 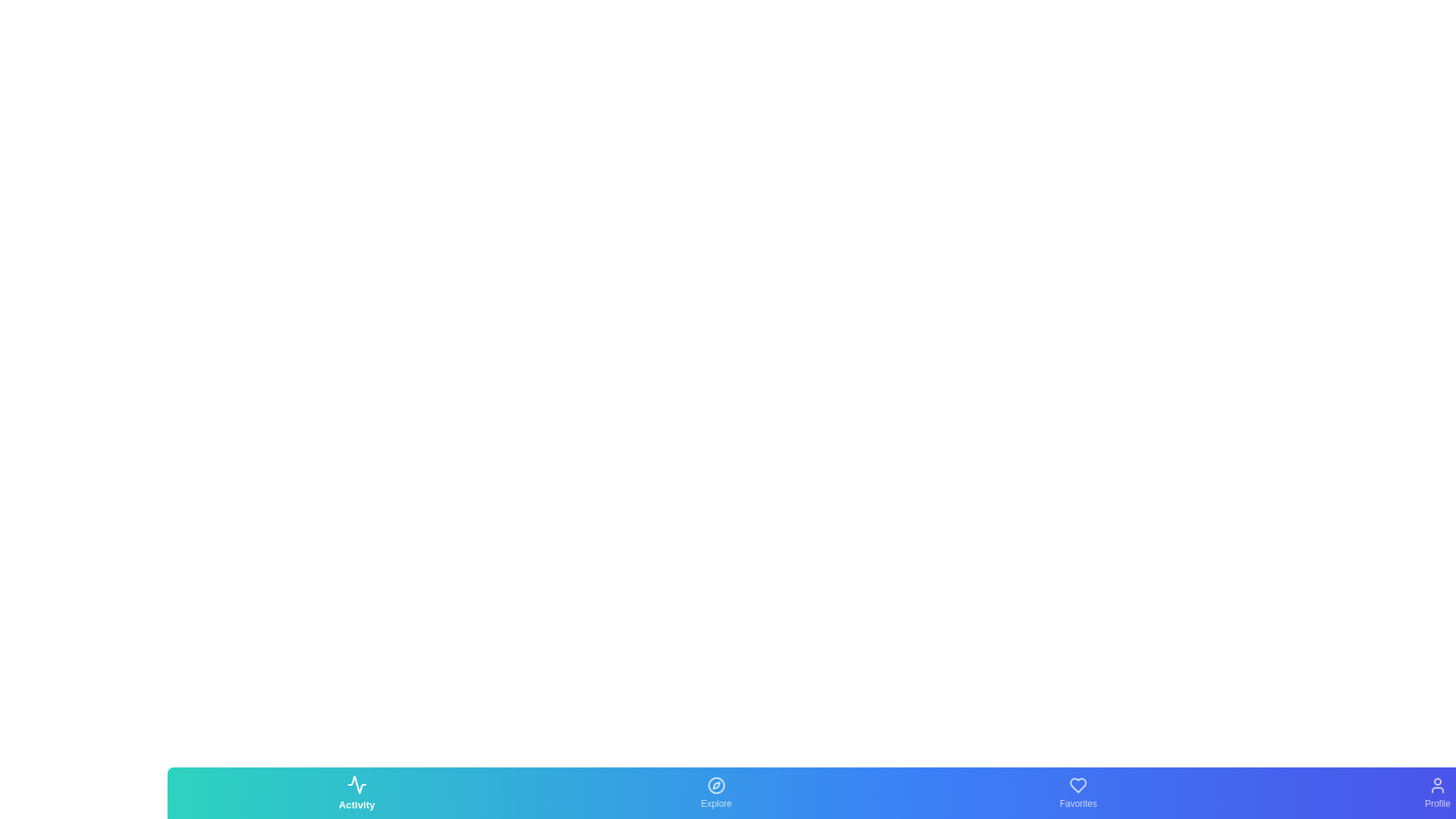 What do you see at coordinates (1078, 792) in the screenshot?
I see `the Favorites tab by clicking on its corresponding button` at bounding box center [1078, 792].